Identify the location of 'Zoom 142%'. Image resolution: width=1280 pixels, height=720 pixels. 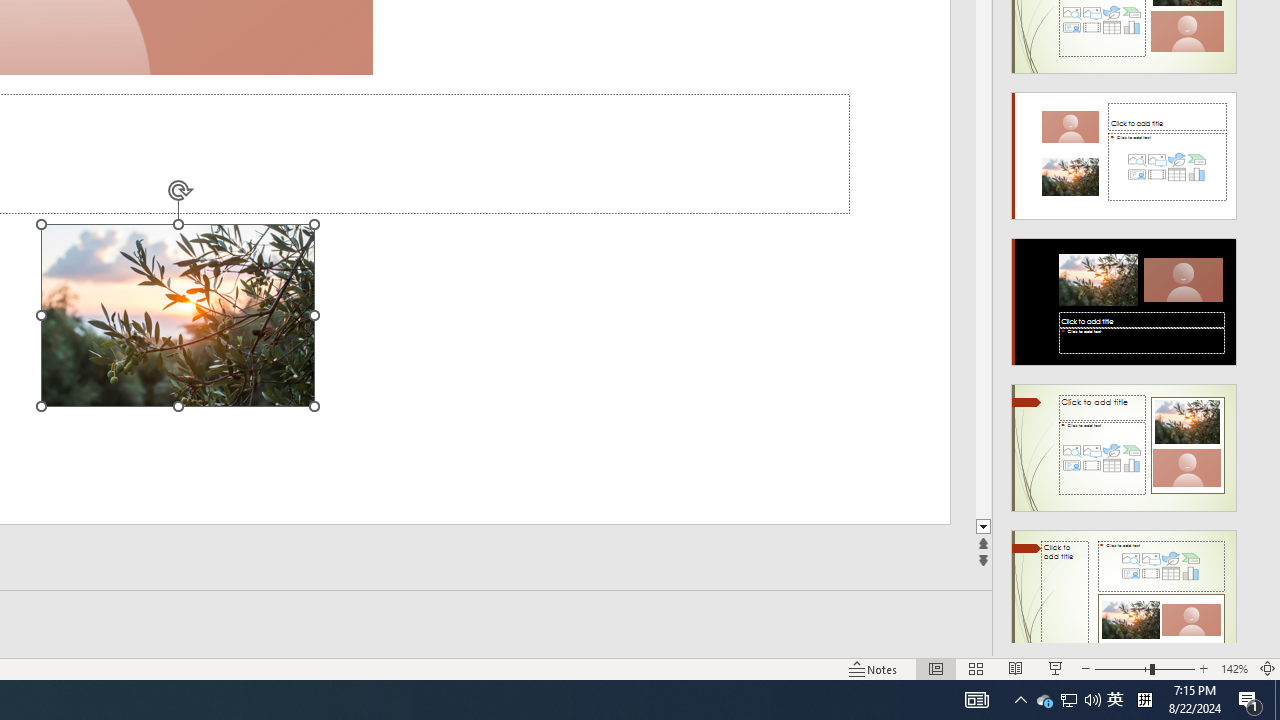
(1233, 669).